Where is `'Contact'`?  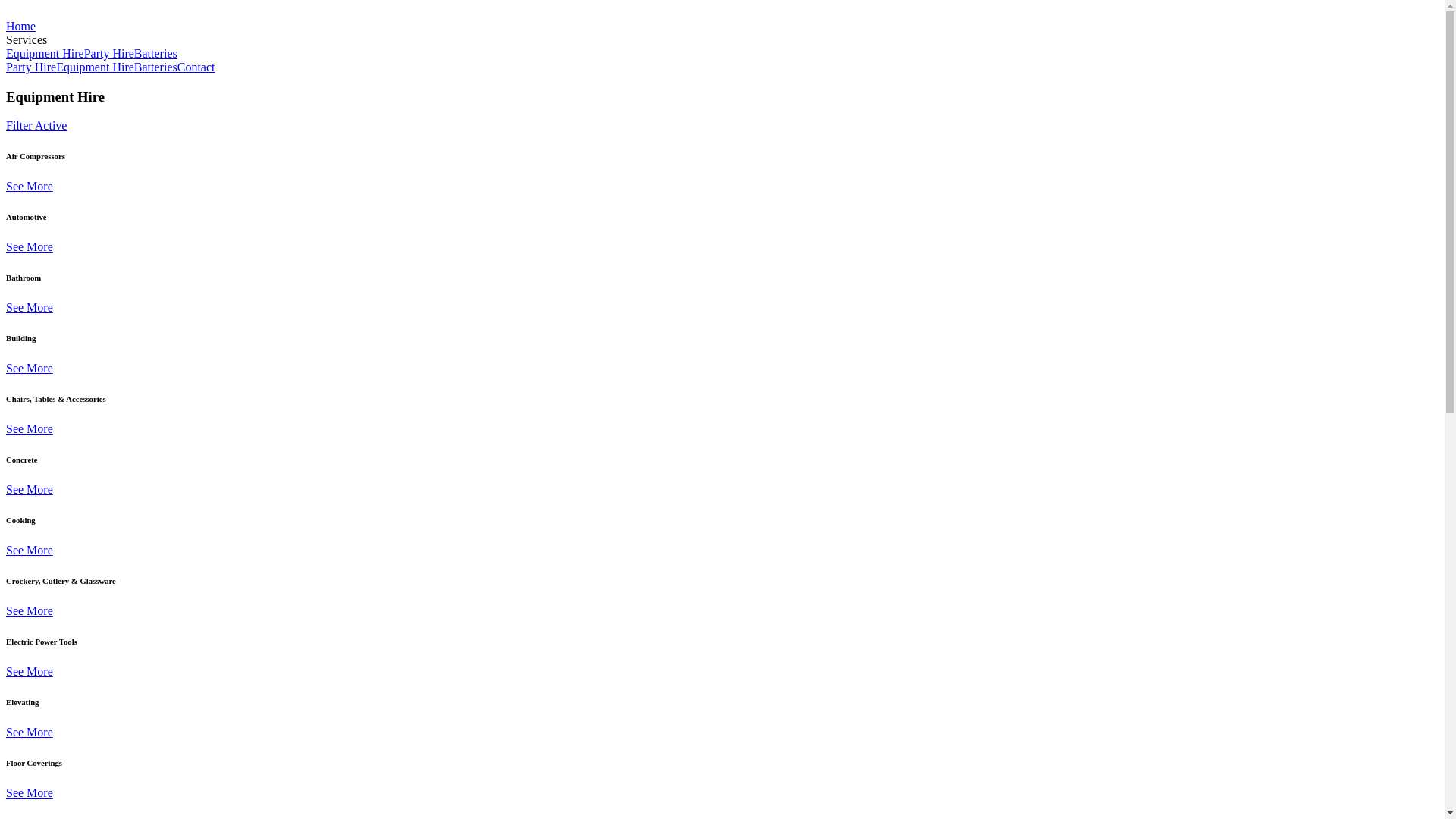
'Contact' is located at coordinates (196, 66).